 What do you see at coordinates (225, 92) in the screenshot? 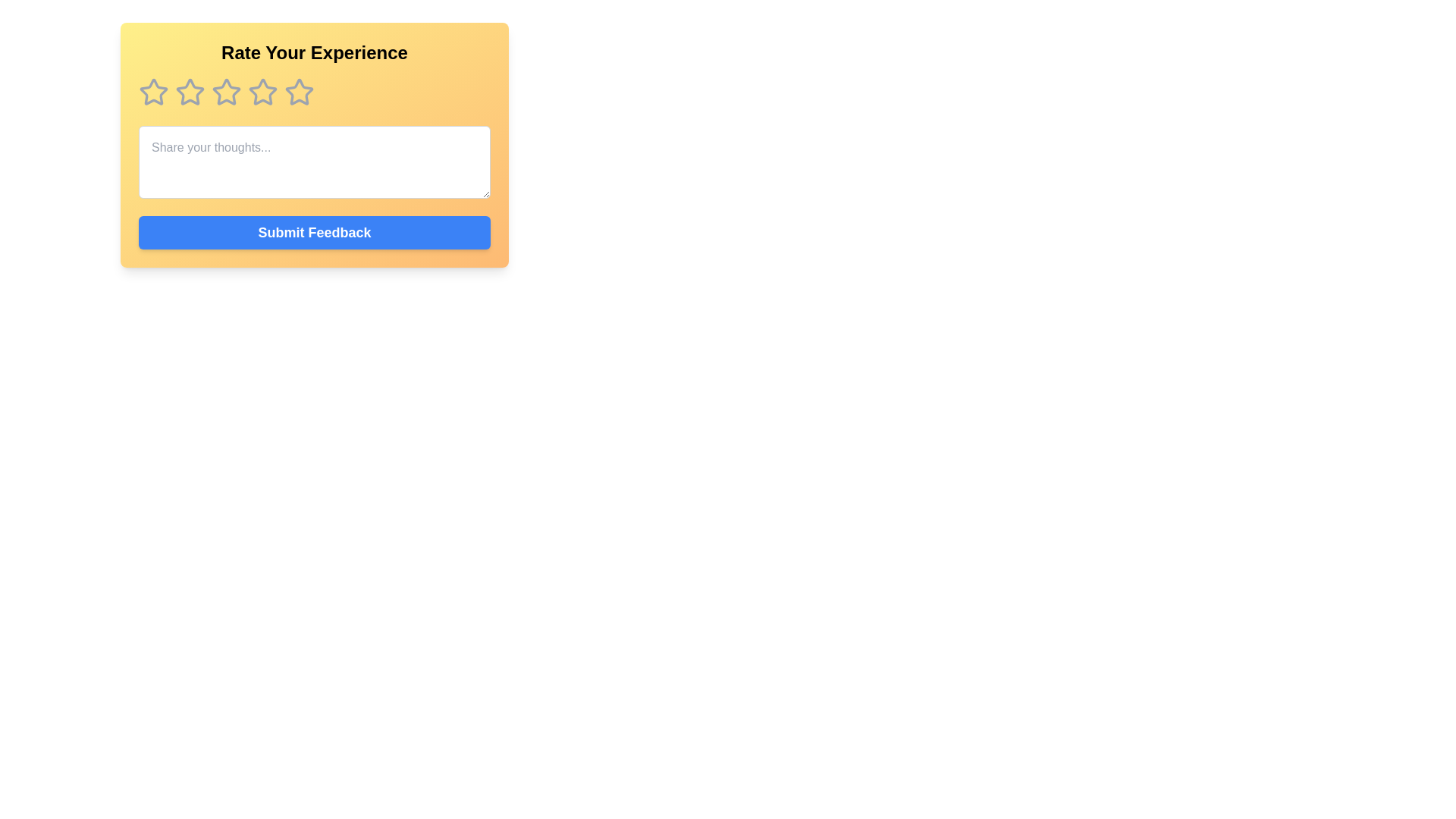
I see `the second yellow star icon in the rating system to rate at level 2` at bounding box center [225, 92].